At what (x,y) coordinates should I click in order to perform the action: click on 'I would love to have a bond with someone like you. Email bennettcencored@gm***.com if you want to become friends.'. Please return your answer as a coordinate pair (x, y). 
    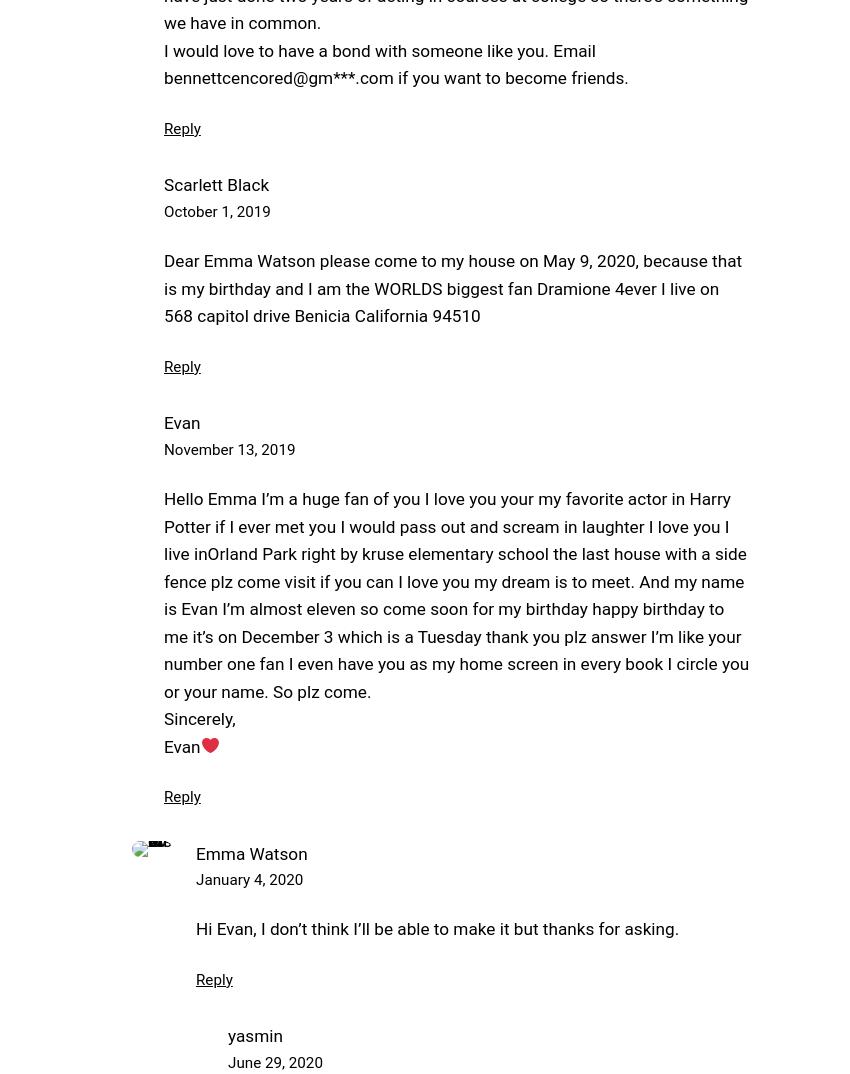
    Looking at the image, I should click on (396, 64).